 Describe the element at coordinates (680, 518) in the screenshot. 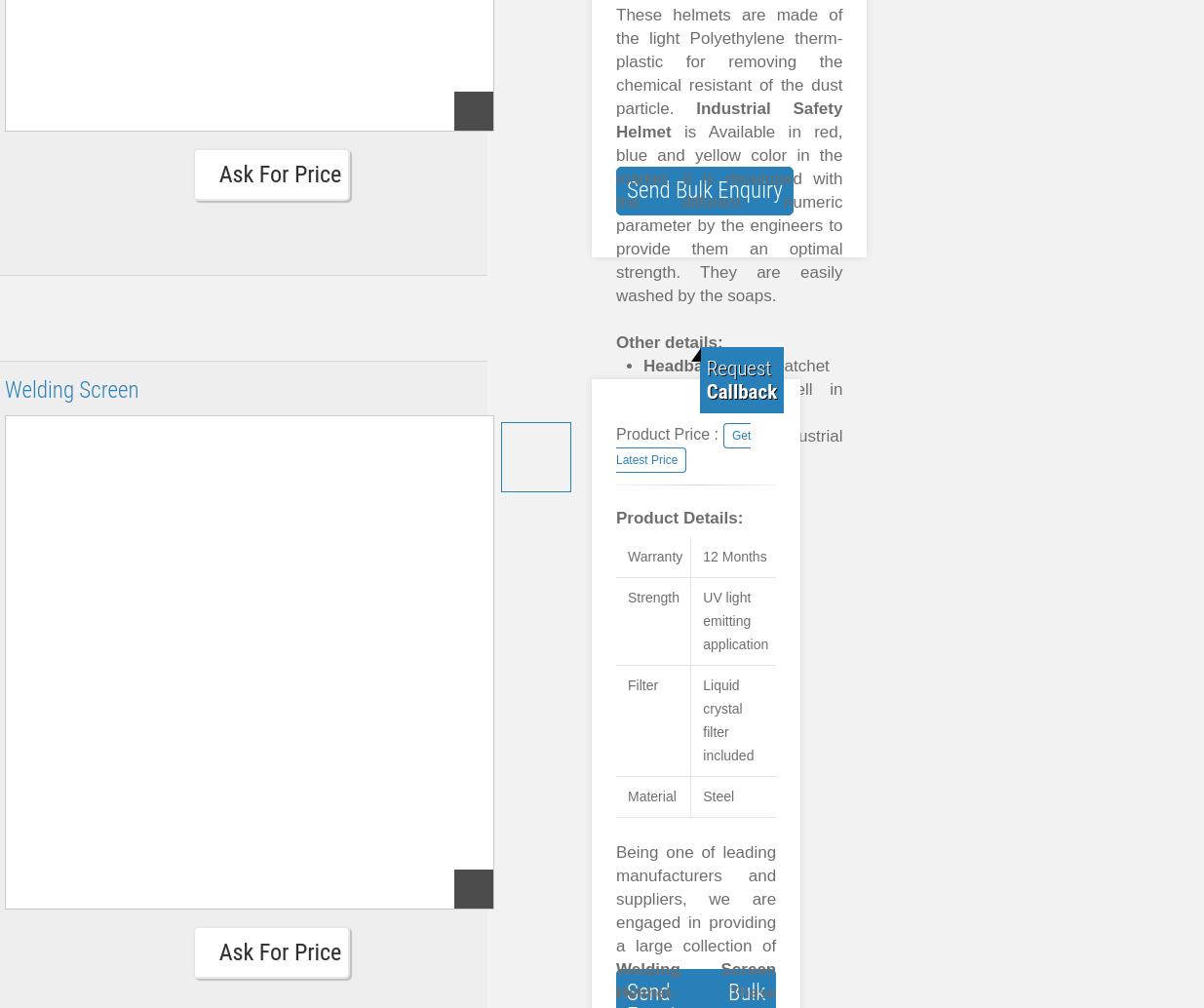

I see `'Product Details:'` at that location.